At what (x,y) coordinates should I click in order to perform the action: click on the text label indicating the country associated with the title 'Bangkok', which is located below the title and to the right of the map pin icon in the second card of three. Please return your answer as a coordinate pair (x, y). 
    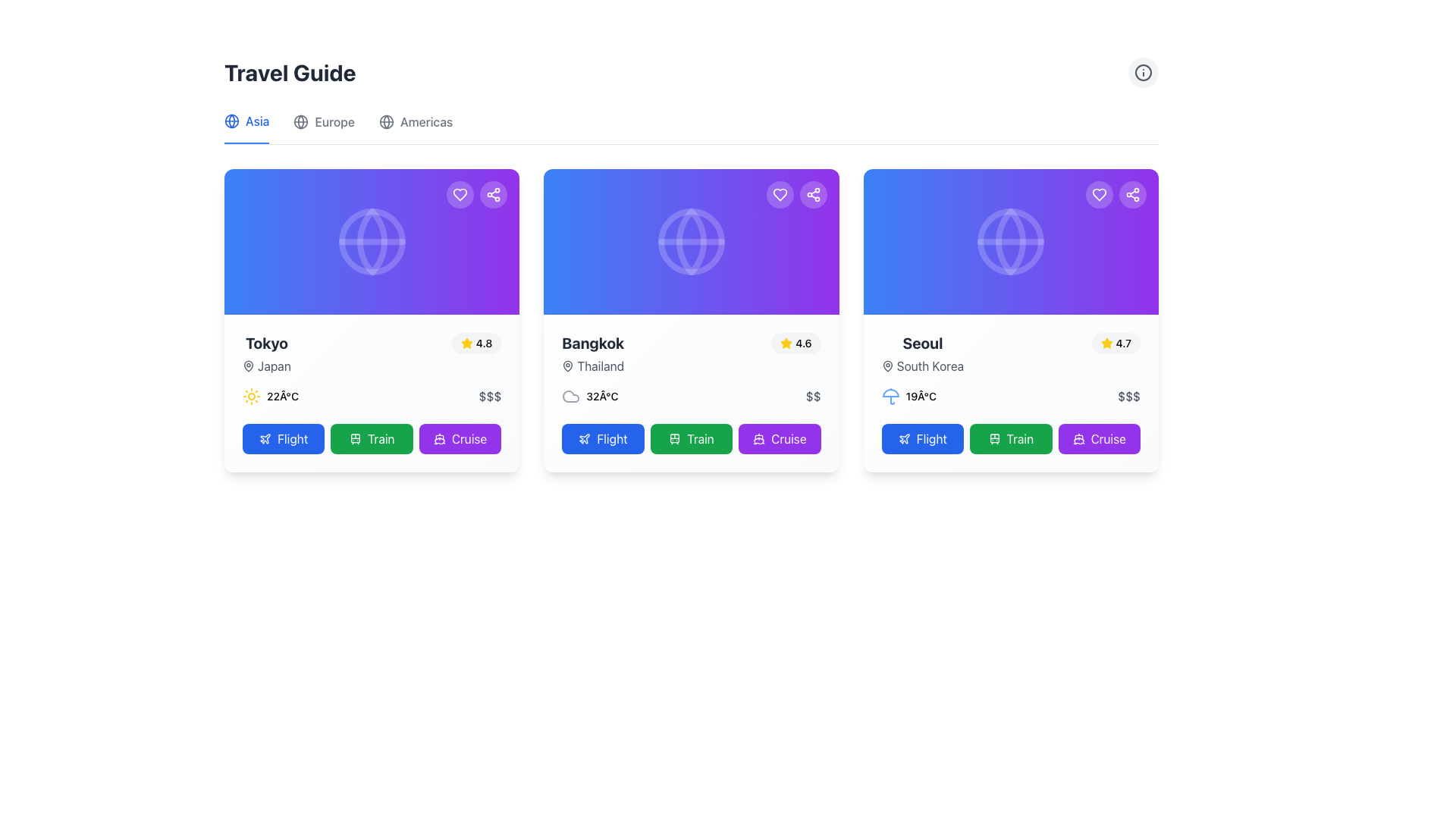
    Looking at the image, I should click on (592, 366).